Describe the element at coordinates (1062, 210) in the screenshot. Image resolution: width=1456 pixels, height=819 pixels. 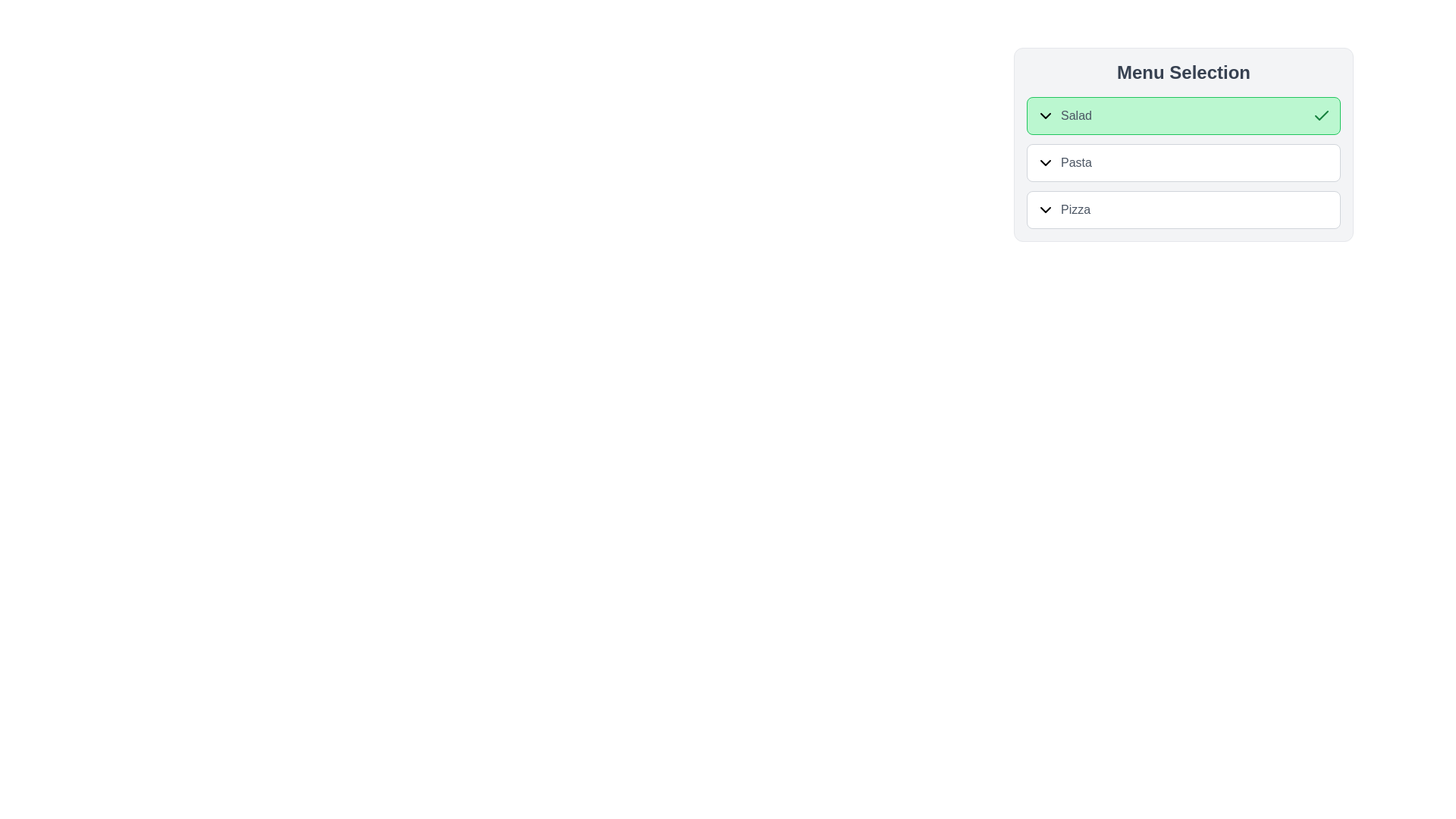
I see `the 'Pizza' text label, which is displayed in a medium font weight with a gray hue` at that location.